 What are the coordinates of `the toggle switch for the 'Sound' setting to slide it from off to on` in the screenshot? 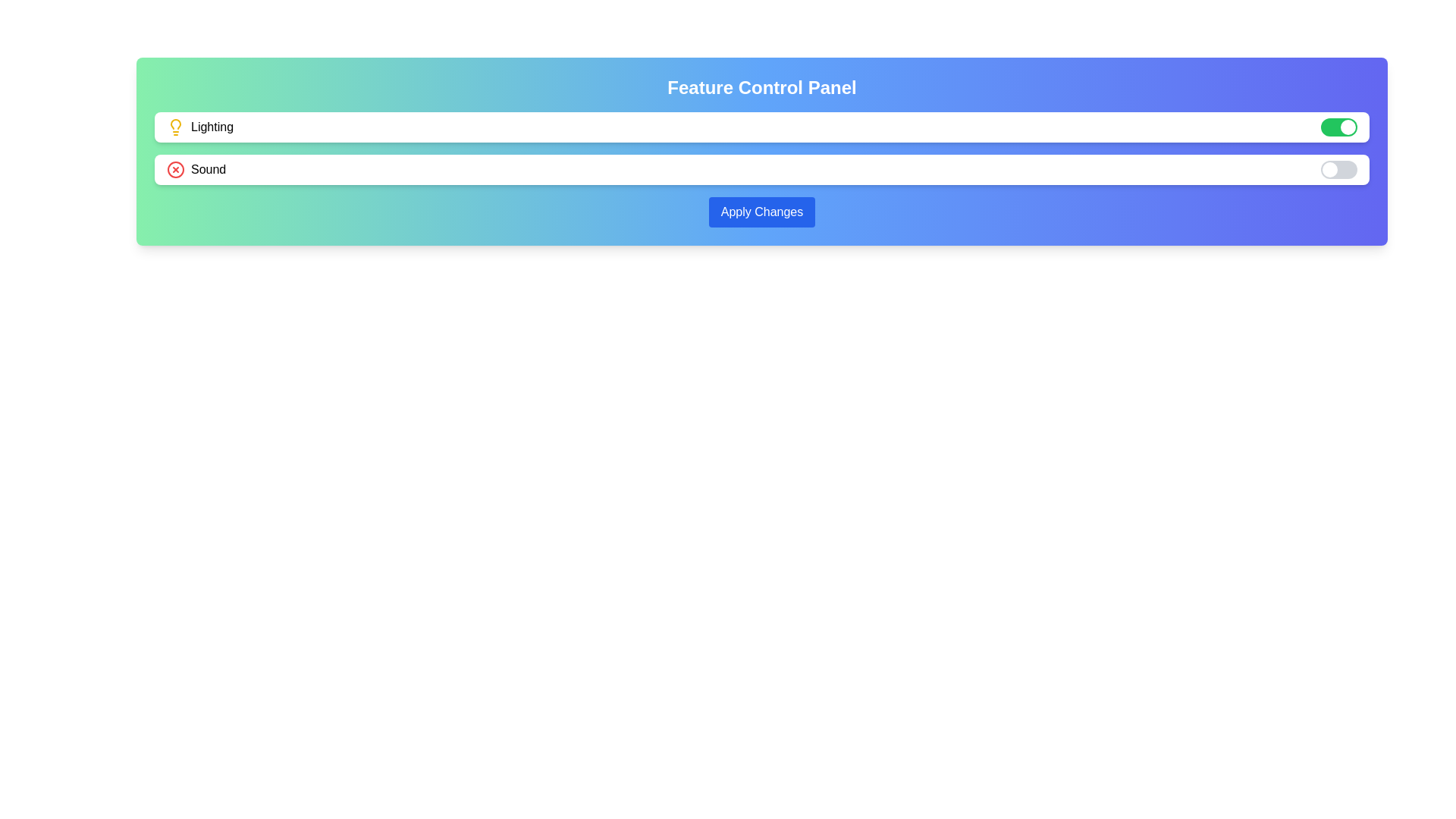 It's located at (1339, 169).